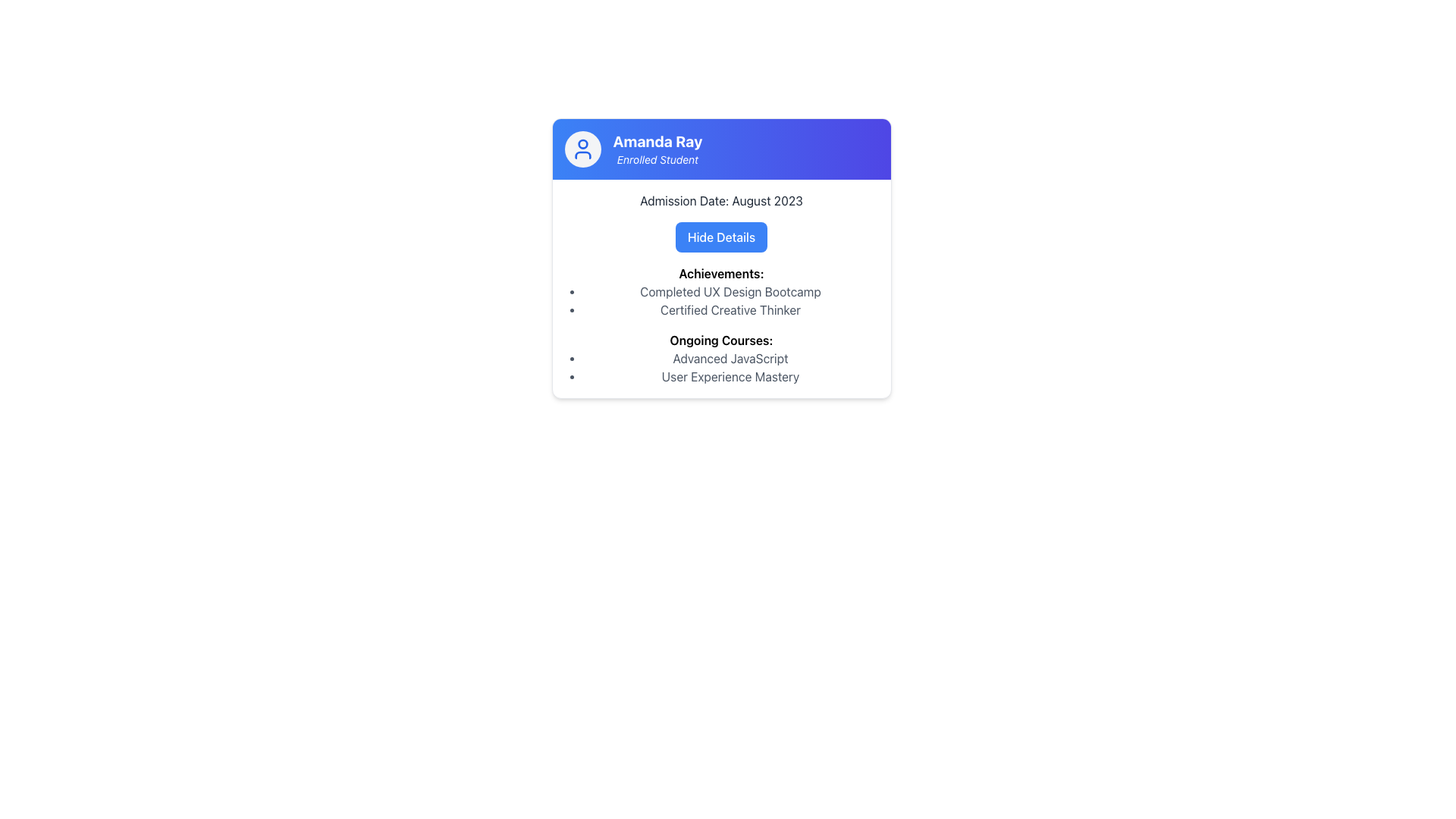 This screenshot has width=1456, height=819. I want to click on the 'Achievements:' text label which serves as a section header introducing the list of achievements below it, so click(720, 274).